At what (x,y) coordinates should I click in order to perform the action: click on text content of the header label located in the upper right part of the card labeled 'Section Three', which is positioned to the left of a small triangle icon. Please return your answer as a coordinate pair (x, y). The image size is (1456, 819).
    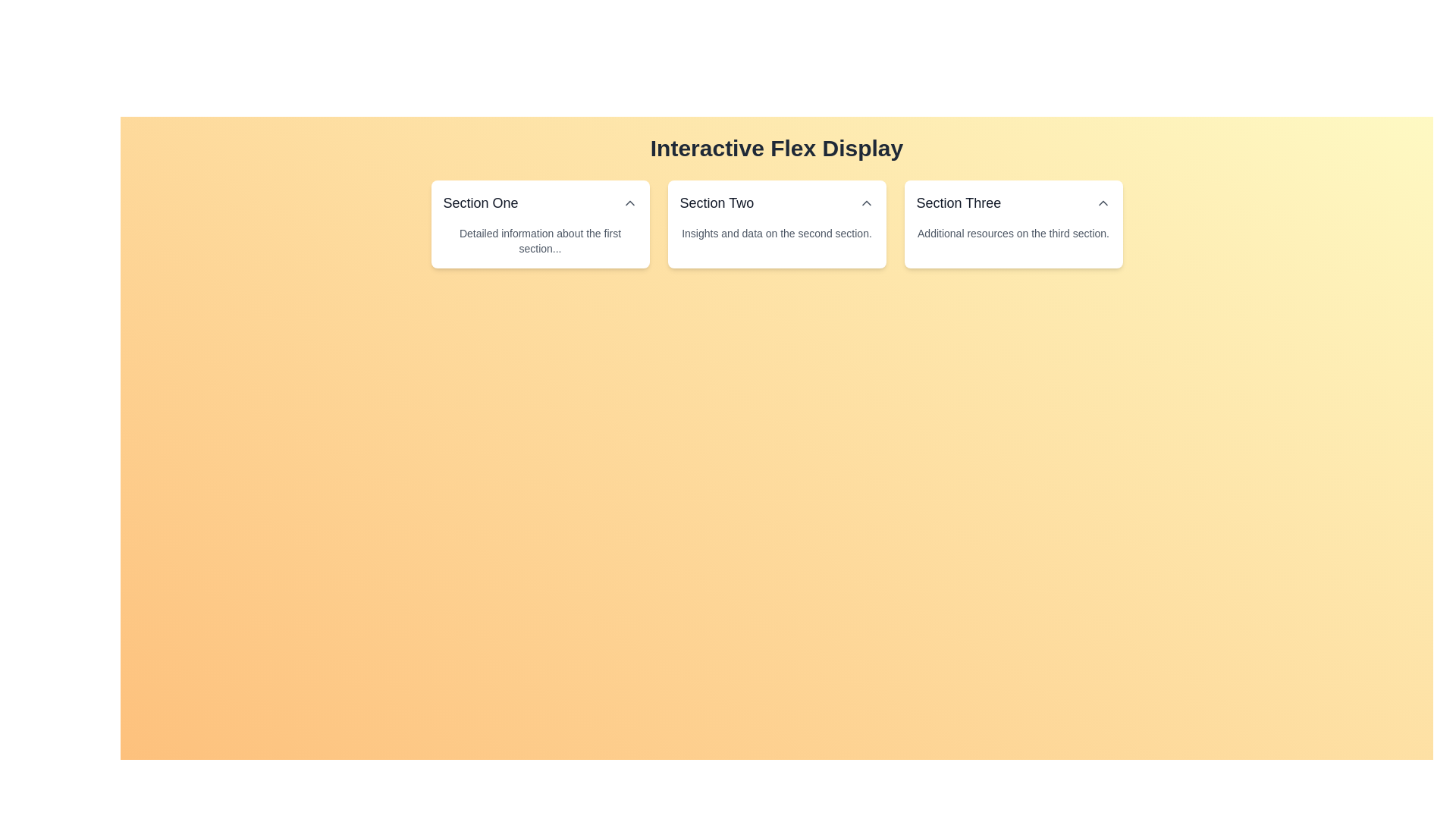
    Looking at the image, I should click on (958, 202).